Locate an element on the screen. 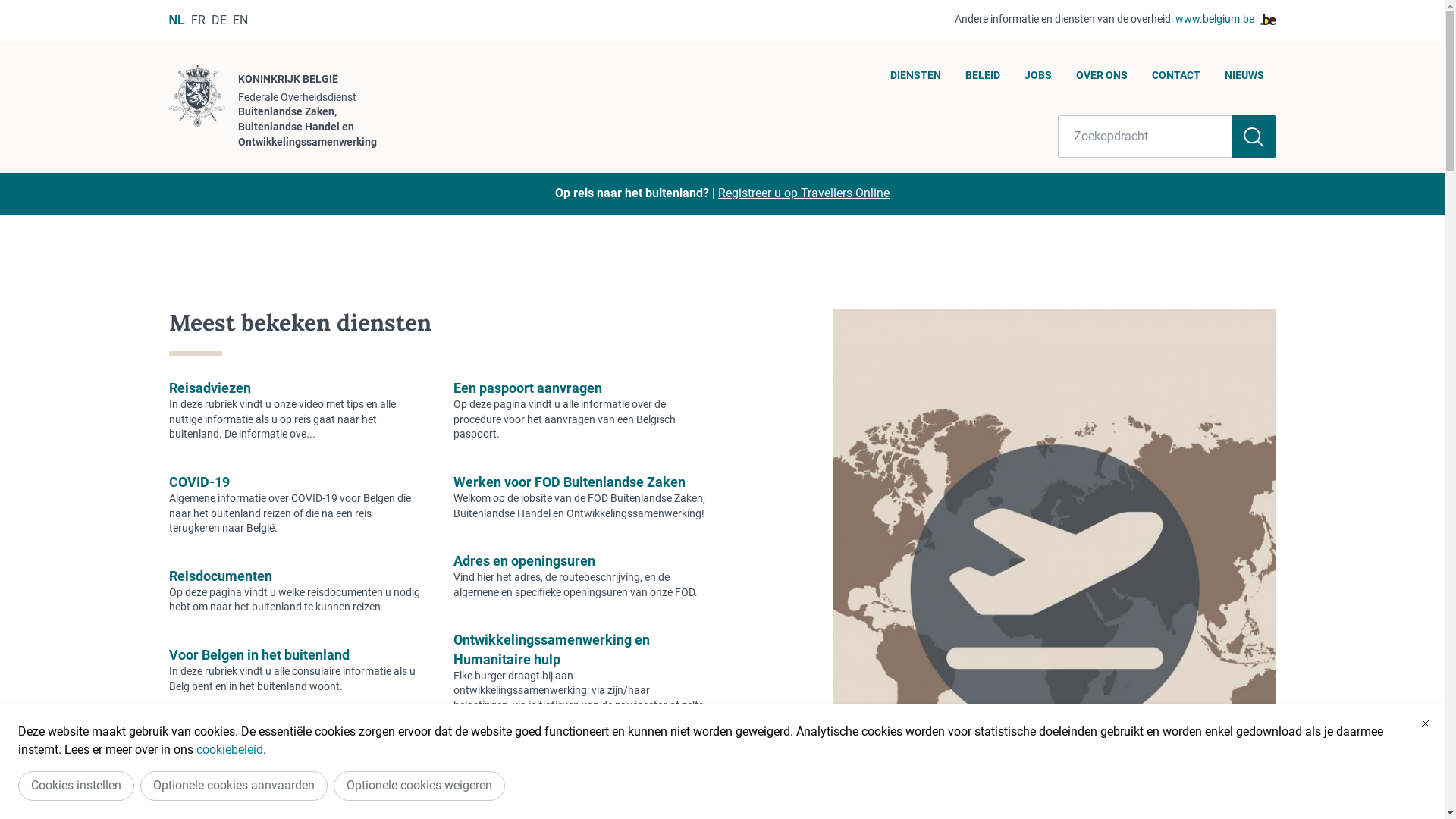 This screenshot has height=819, width=1456. 'Zoekopdracht' is located at coordinates (1058, 136).